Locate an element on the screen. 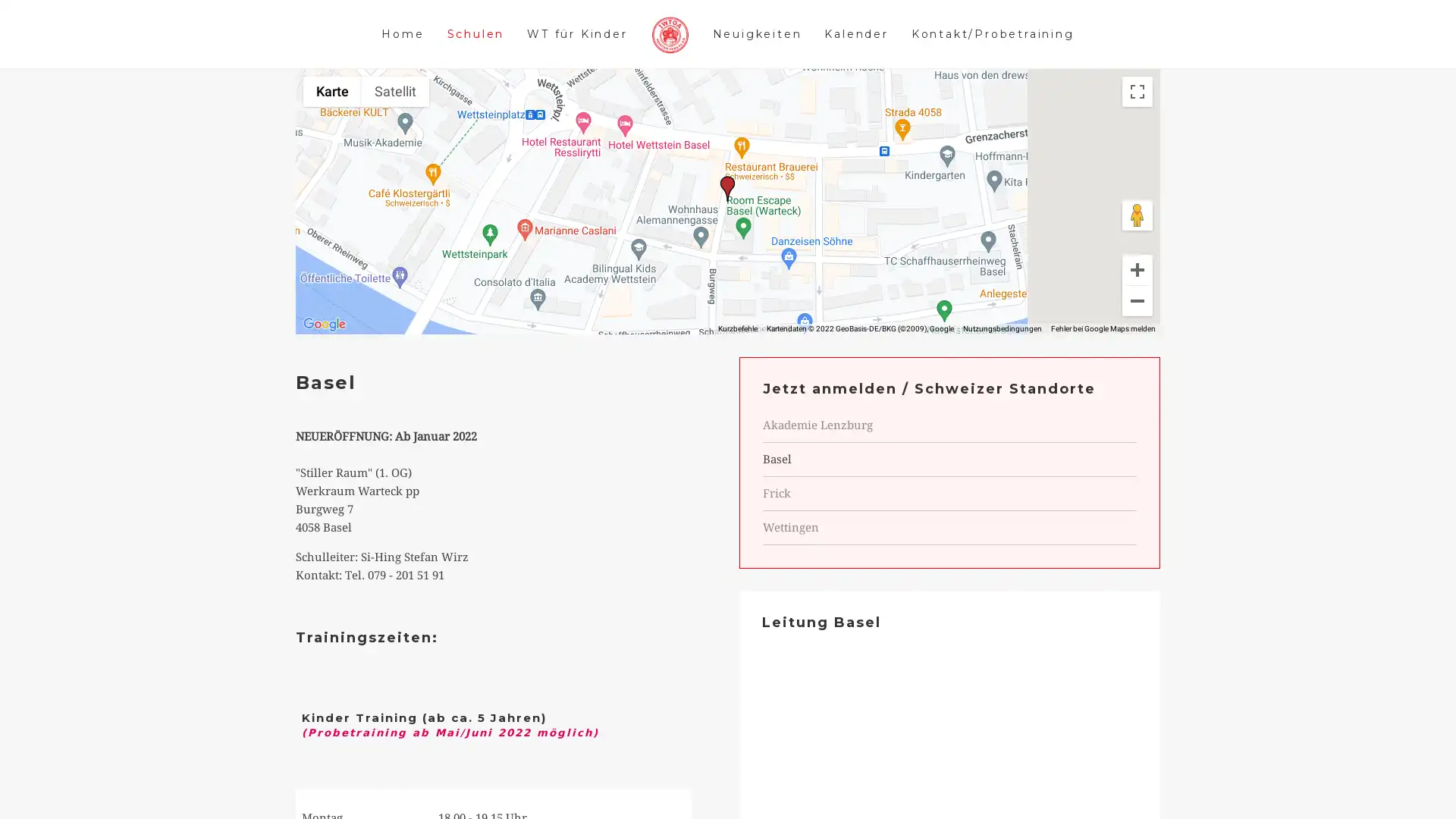  Kurzbefehle is located at coordinates (738, 351).